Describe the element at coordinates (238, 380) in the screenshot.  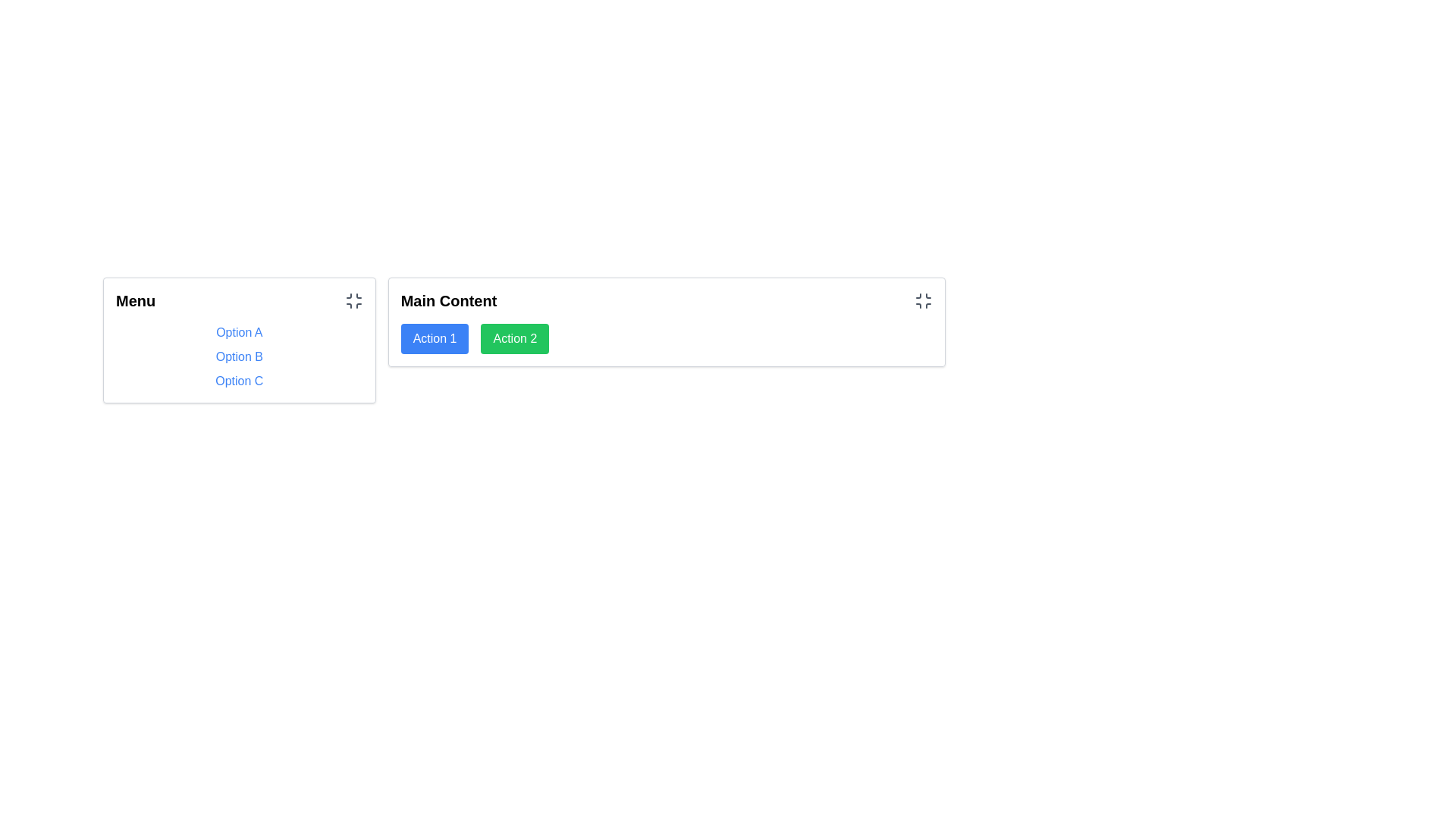
I see `the non-interactive text label 'Option C' in the Menu section, which is the last item in a vertical list` at that location.